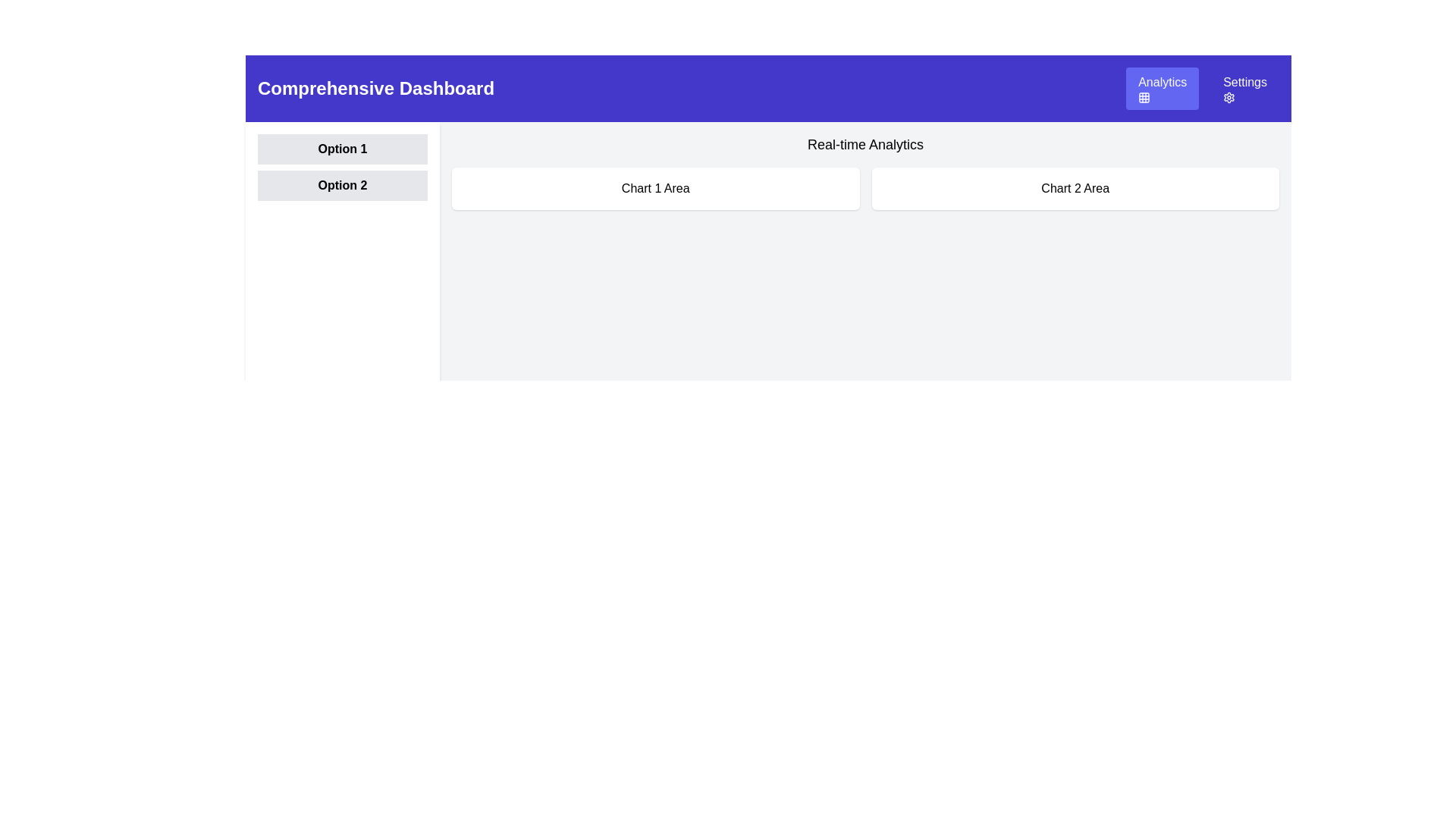 The height and width of the screenshot is (819, 1456). Describe the element at coordinates (376, 88) in the screenshot. I see `the text label displaying 'Comprehensive Dashboard' in bold white font against a dark blue background, located in the header section of the interface` at that location.